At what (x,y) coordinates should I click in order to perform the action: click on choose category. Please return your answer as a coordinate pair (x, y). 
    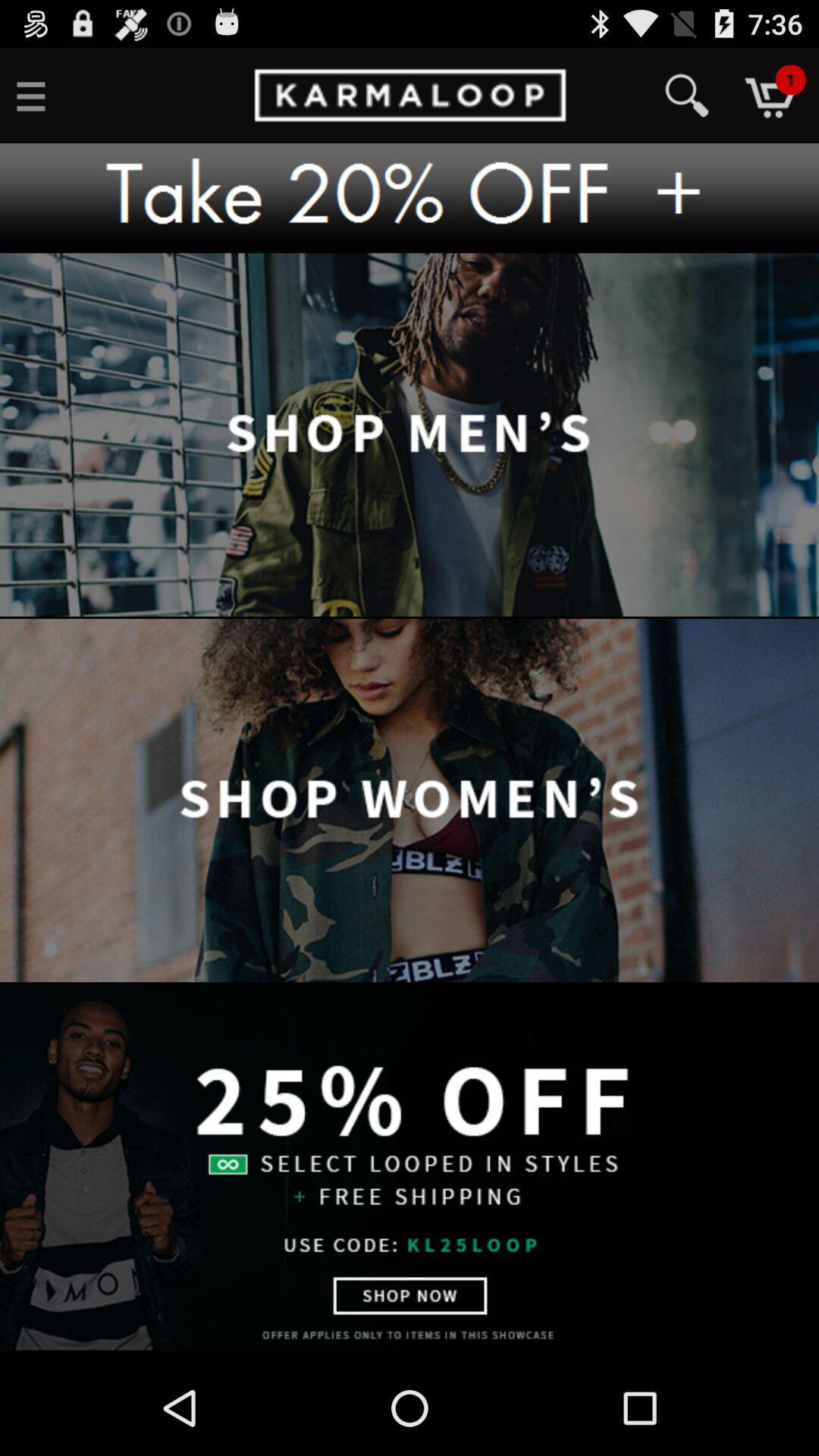
    Looking at the image, I should click on (409, 801).